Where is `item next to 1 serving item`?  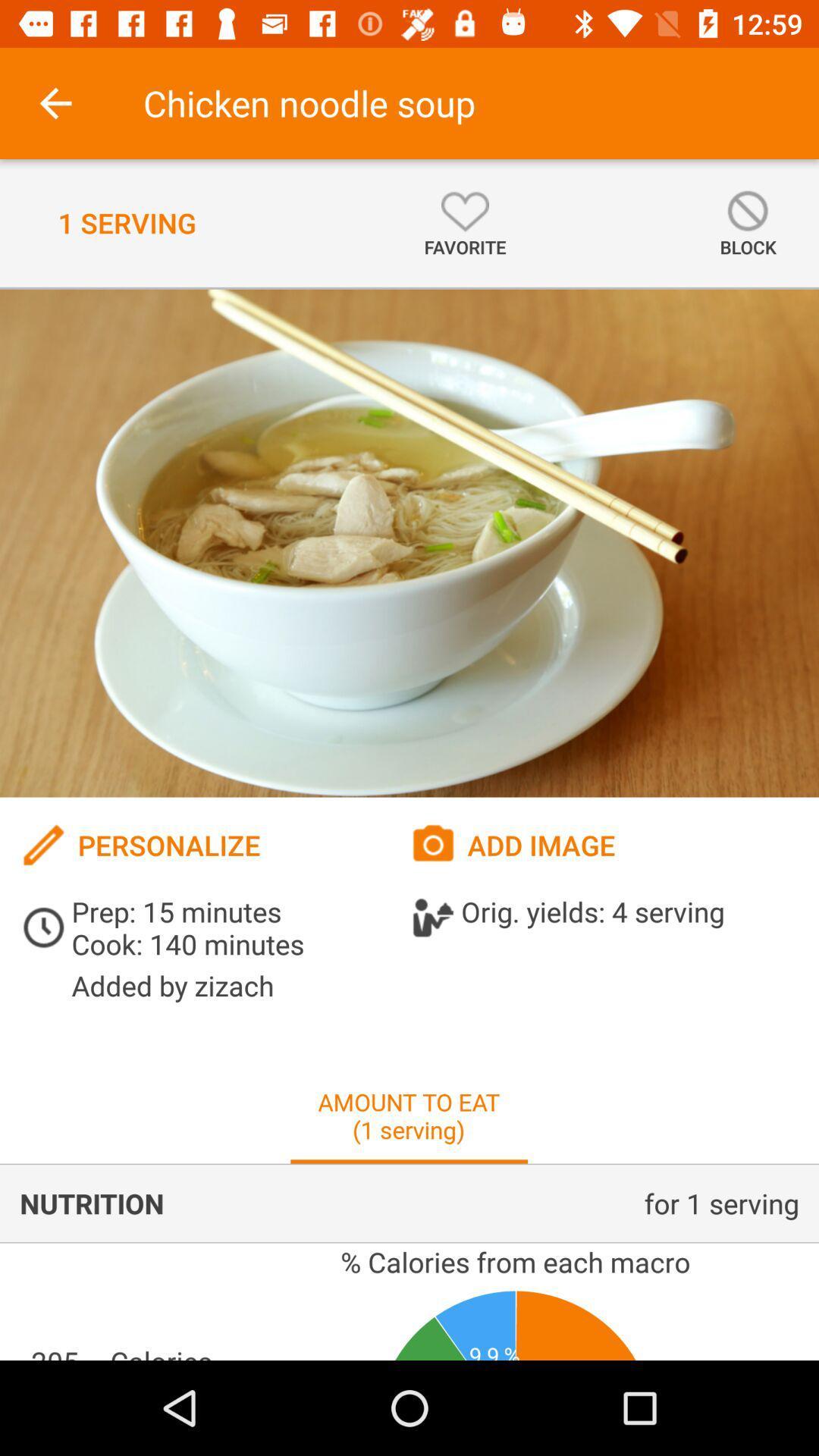 item next to 1 serving item is located at coordinates (464, 222).